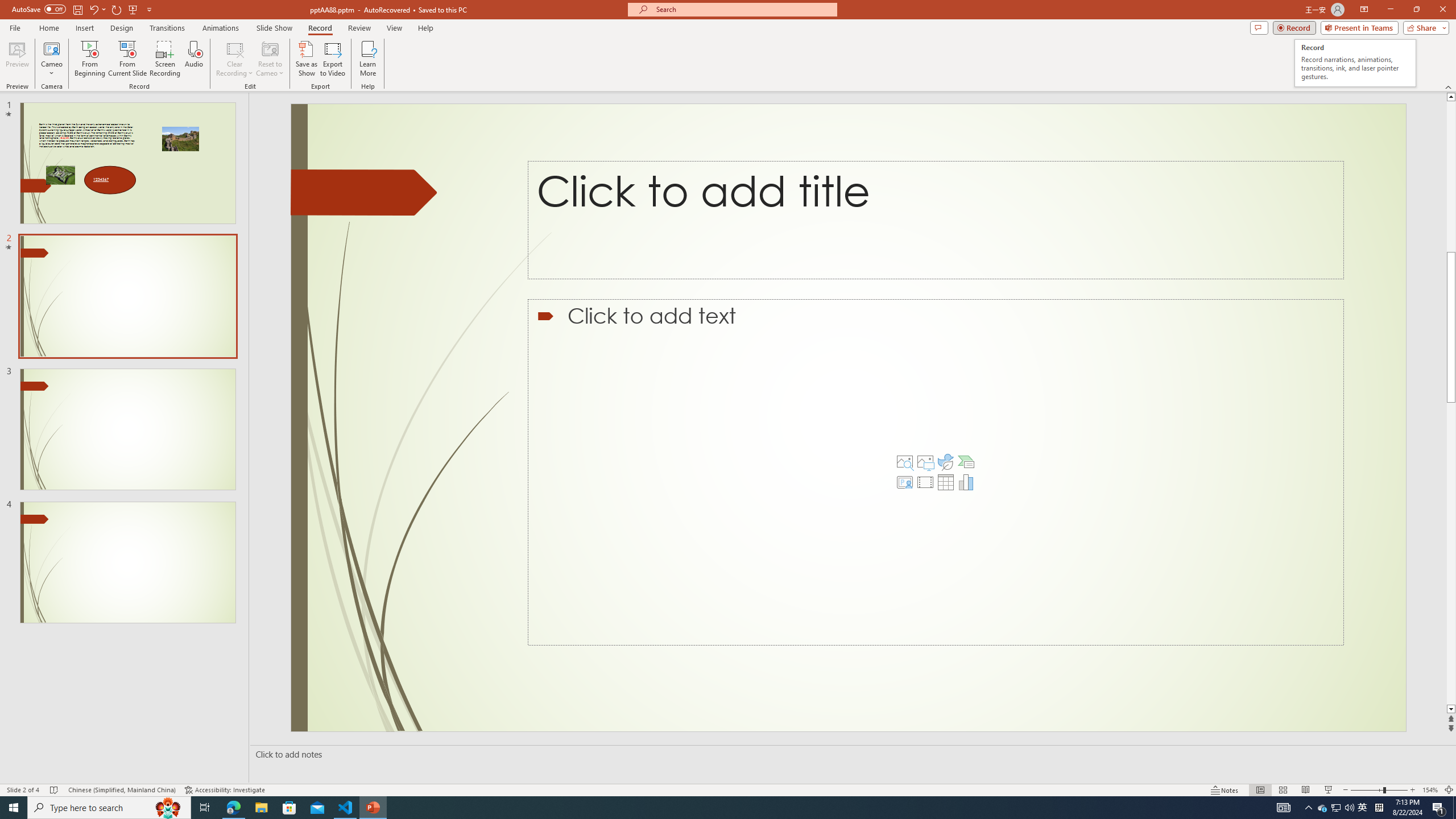 The width and height of the screenshot is (1456, 819). Describe the element at coordinates (127, 59) in the screenshot. I see `'From Current Slide...'` at that location.